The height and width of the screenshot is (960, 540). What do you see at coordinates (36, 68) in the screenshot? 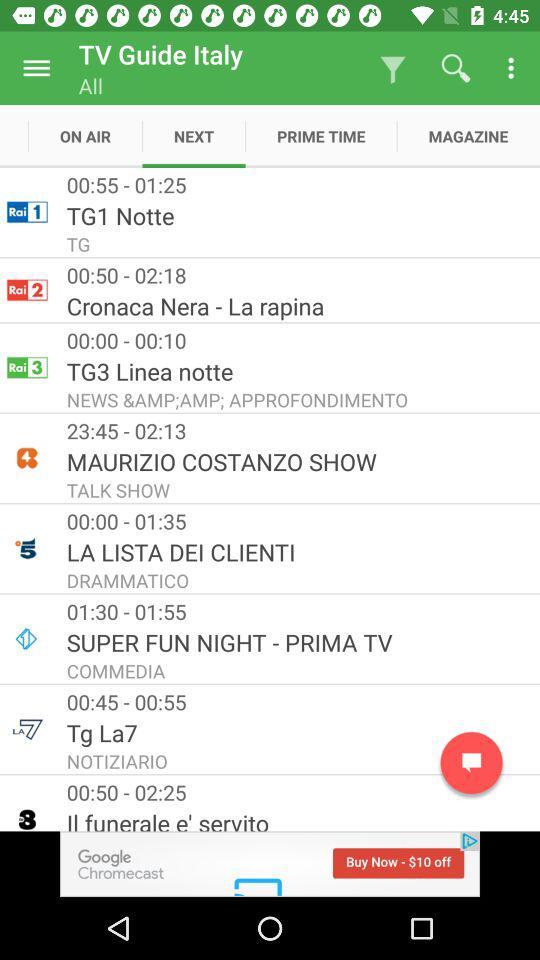
I see `settings option` at bounding box center [36, 68].